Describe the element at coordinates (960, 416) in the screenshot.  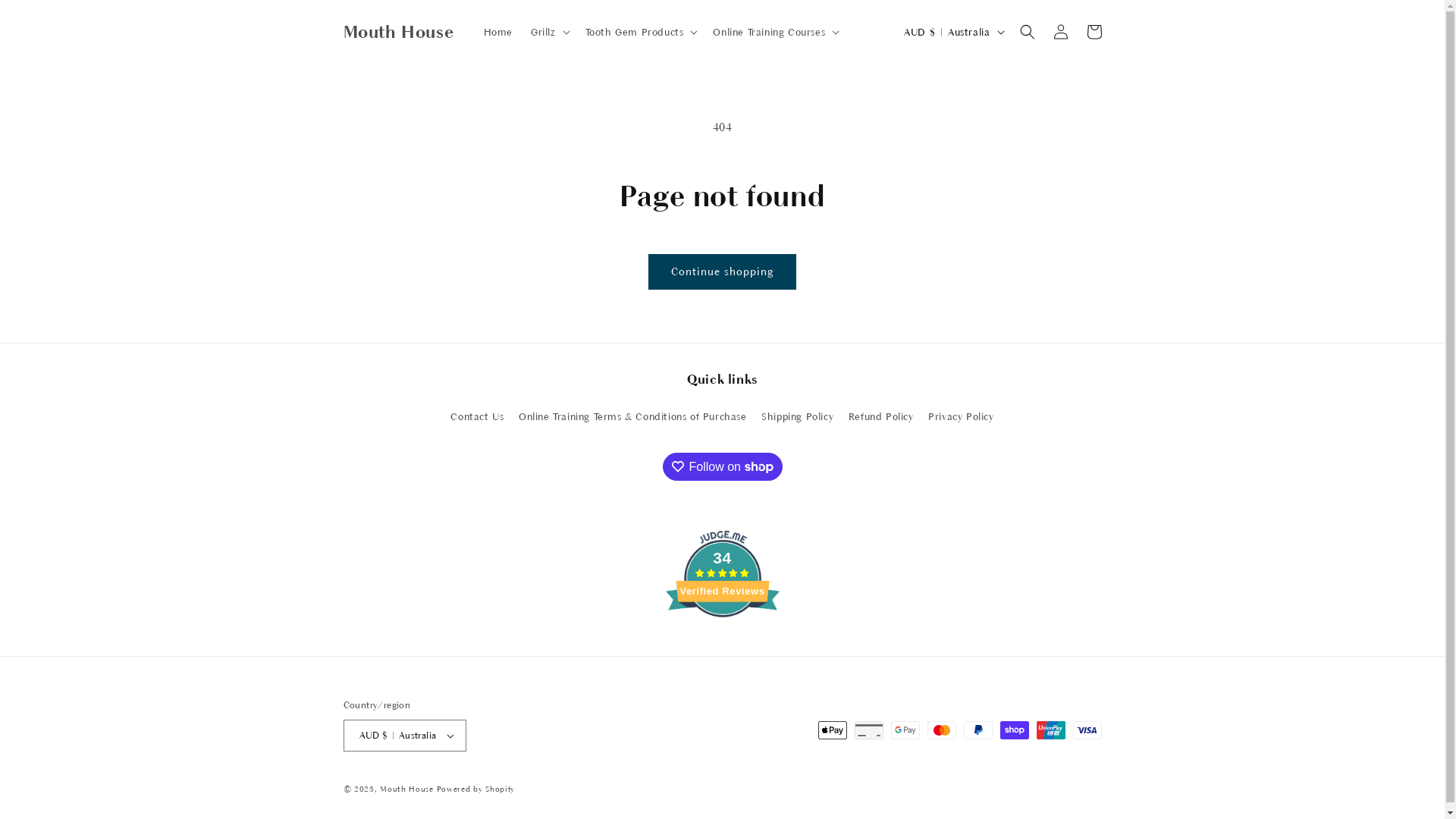
I see `'Privacy Policy'` at that location.